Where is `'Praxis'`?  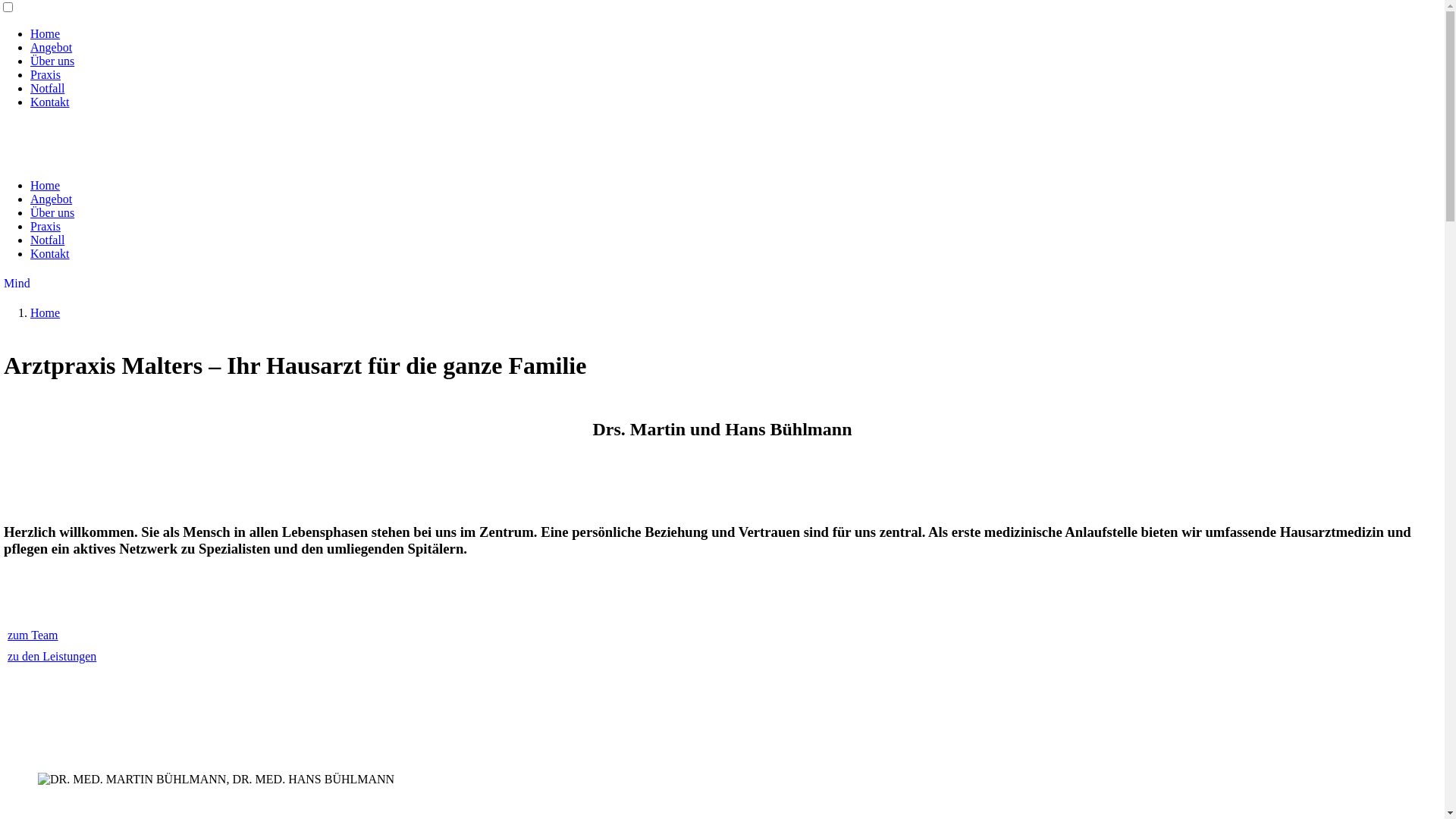 'Praxis' is located at coordinates (45, 226).